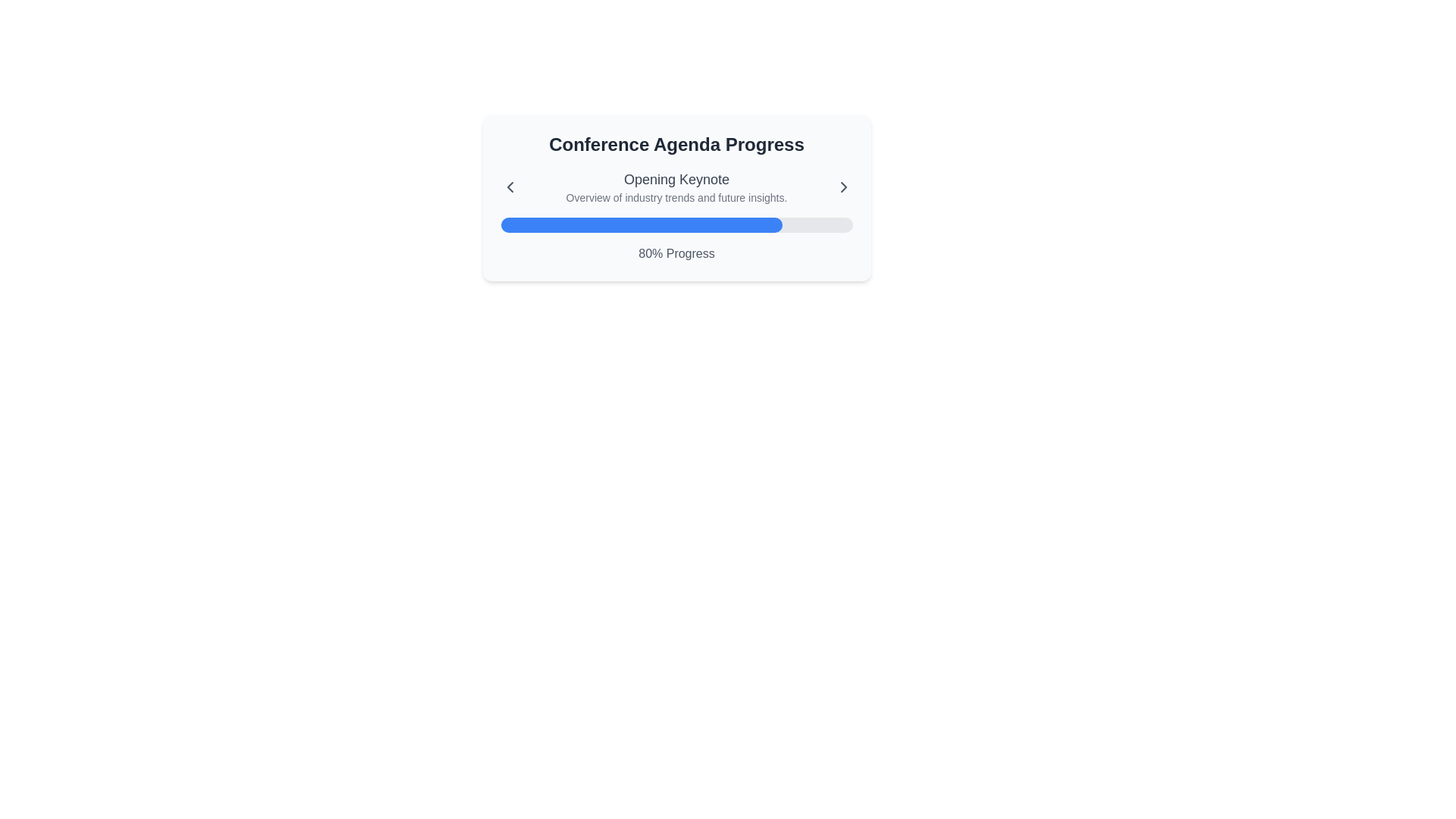 The image size is (1456, 819). I want to click on the chevron button located on the left side of the horizontal bar group for 'Opening Keynote', so click(510, 186).